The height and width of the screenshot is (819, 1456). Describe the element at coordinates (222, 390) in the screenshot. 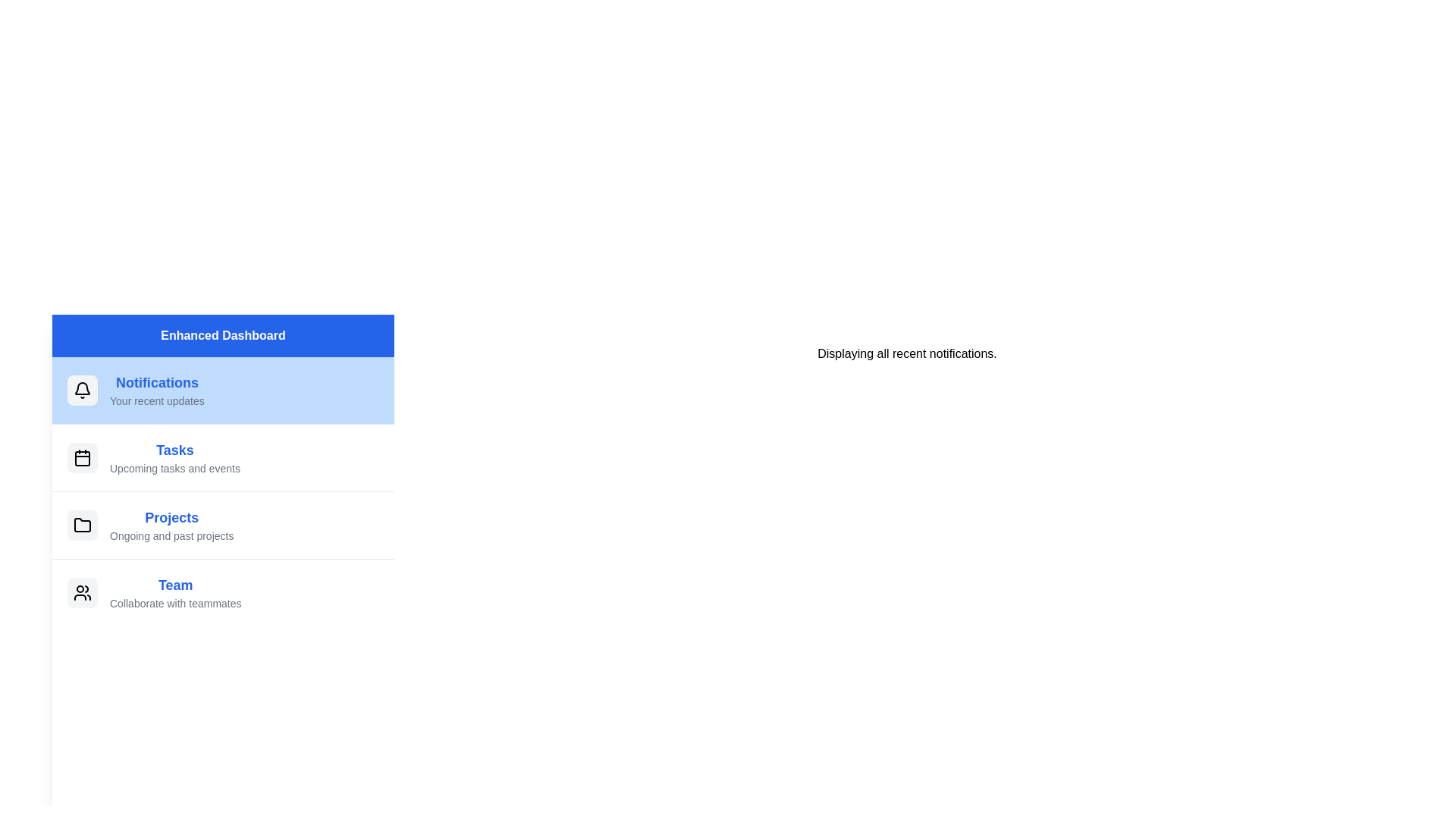

I see `the menu item labeled Notifications to observe its hover effect` at that location.